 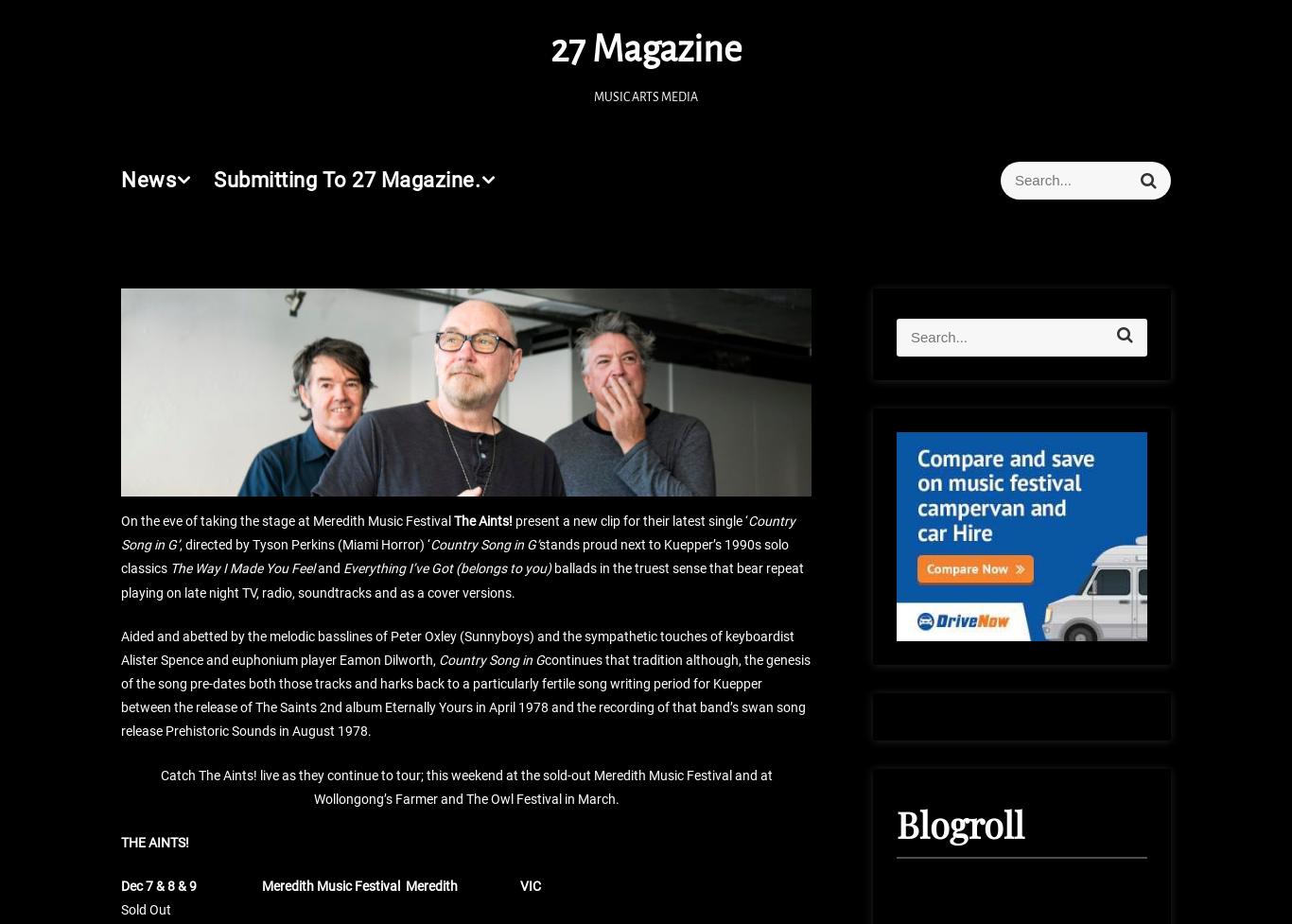 I want to click on 'Review: Depthless', so click(x=560, y=51).